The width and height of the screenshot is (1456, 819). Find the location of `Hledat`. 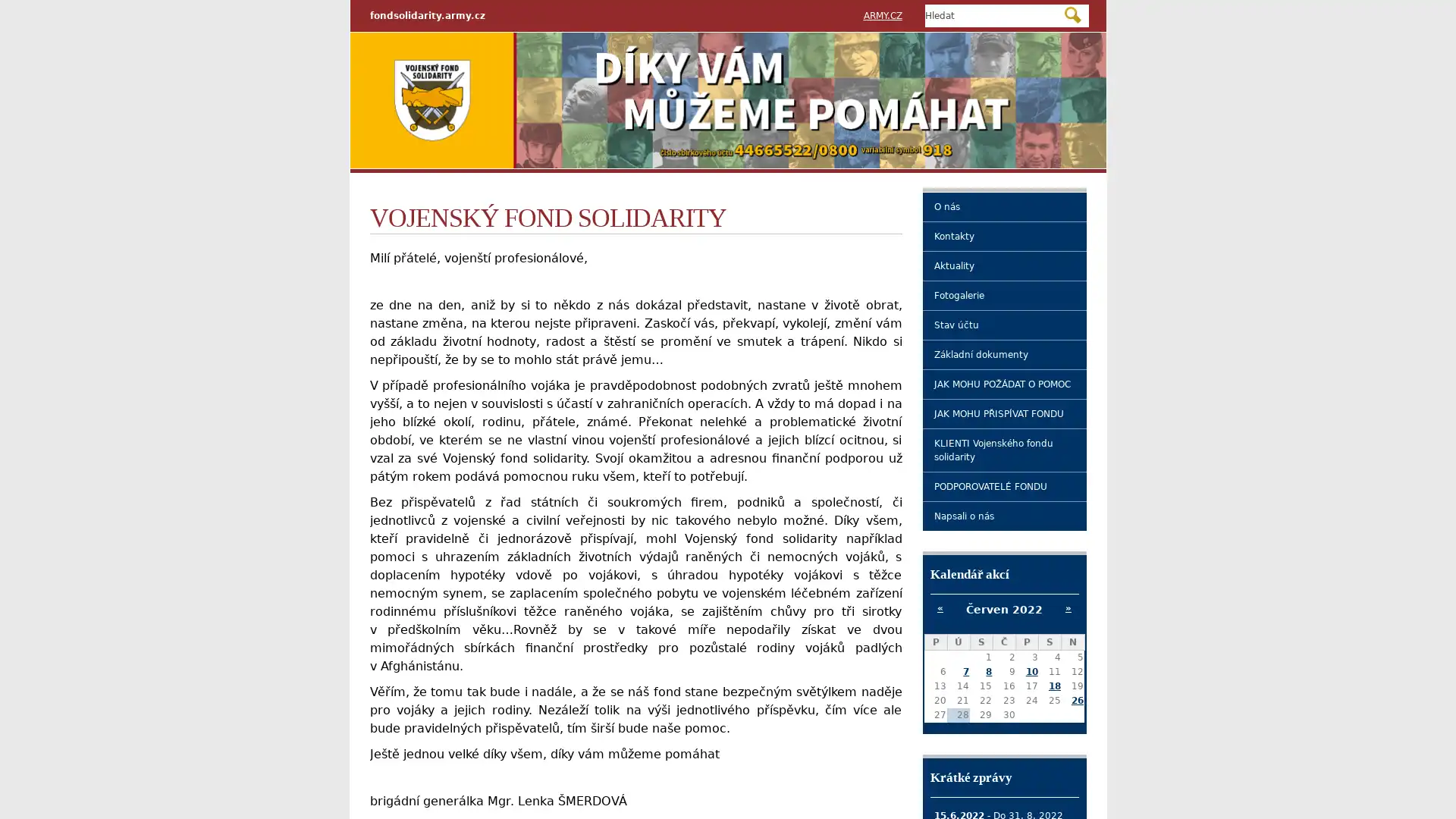

Hledat is located at coordinates (1072, 14).